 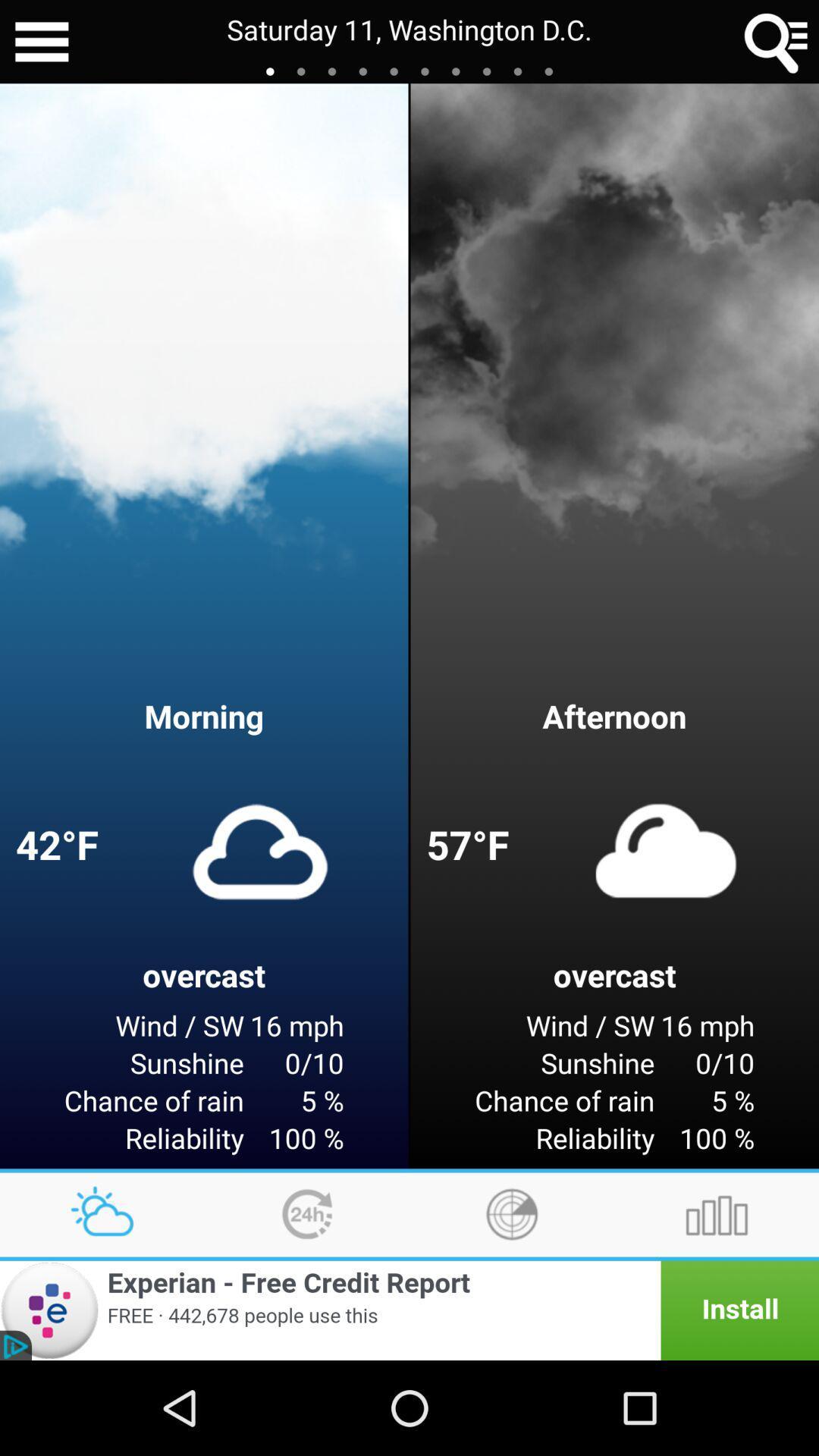 What do you see at coordinates (41, 42) in the screenshot?
I see `the menu items` at bounding box center [41, 42].